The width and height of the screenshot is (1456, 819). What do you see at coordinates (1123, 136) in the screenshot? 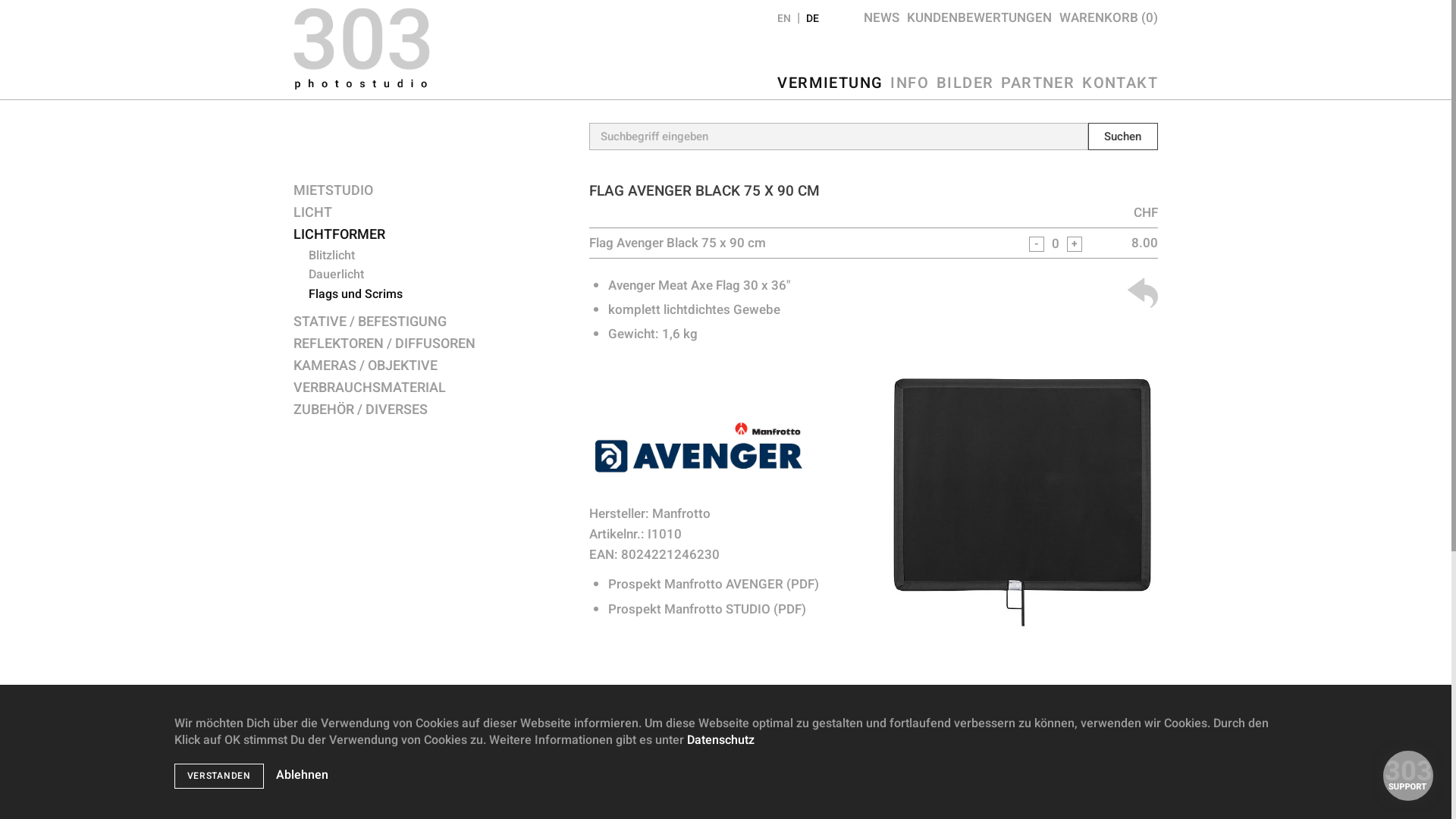
I see `'Suchen'` at bounding box center [1123, 136].